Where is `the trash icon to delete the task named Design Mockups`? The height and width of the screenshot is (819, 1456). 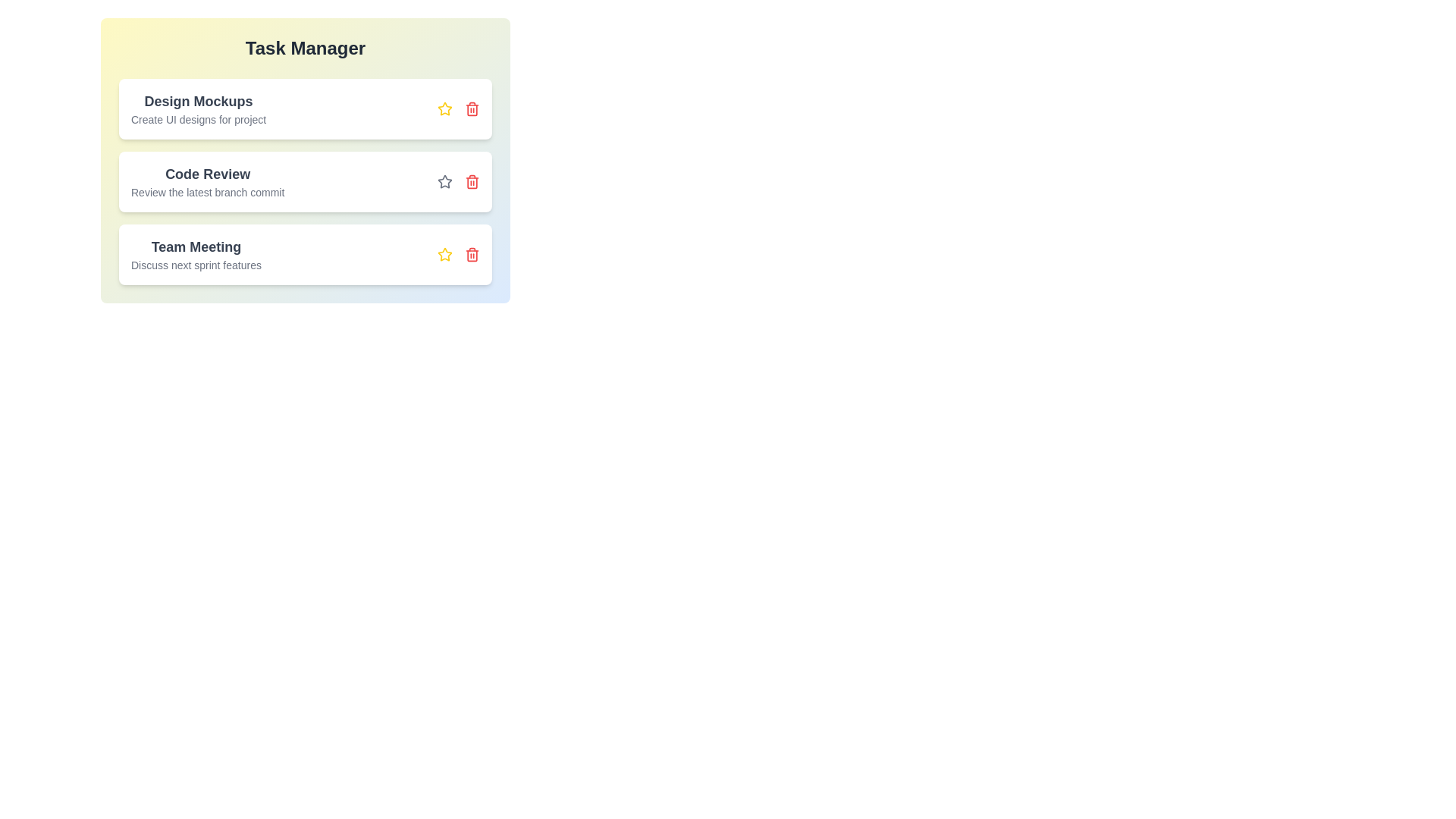
the trash icon to delete the task named Design Mockups is located at coordinates (472, 108).